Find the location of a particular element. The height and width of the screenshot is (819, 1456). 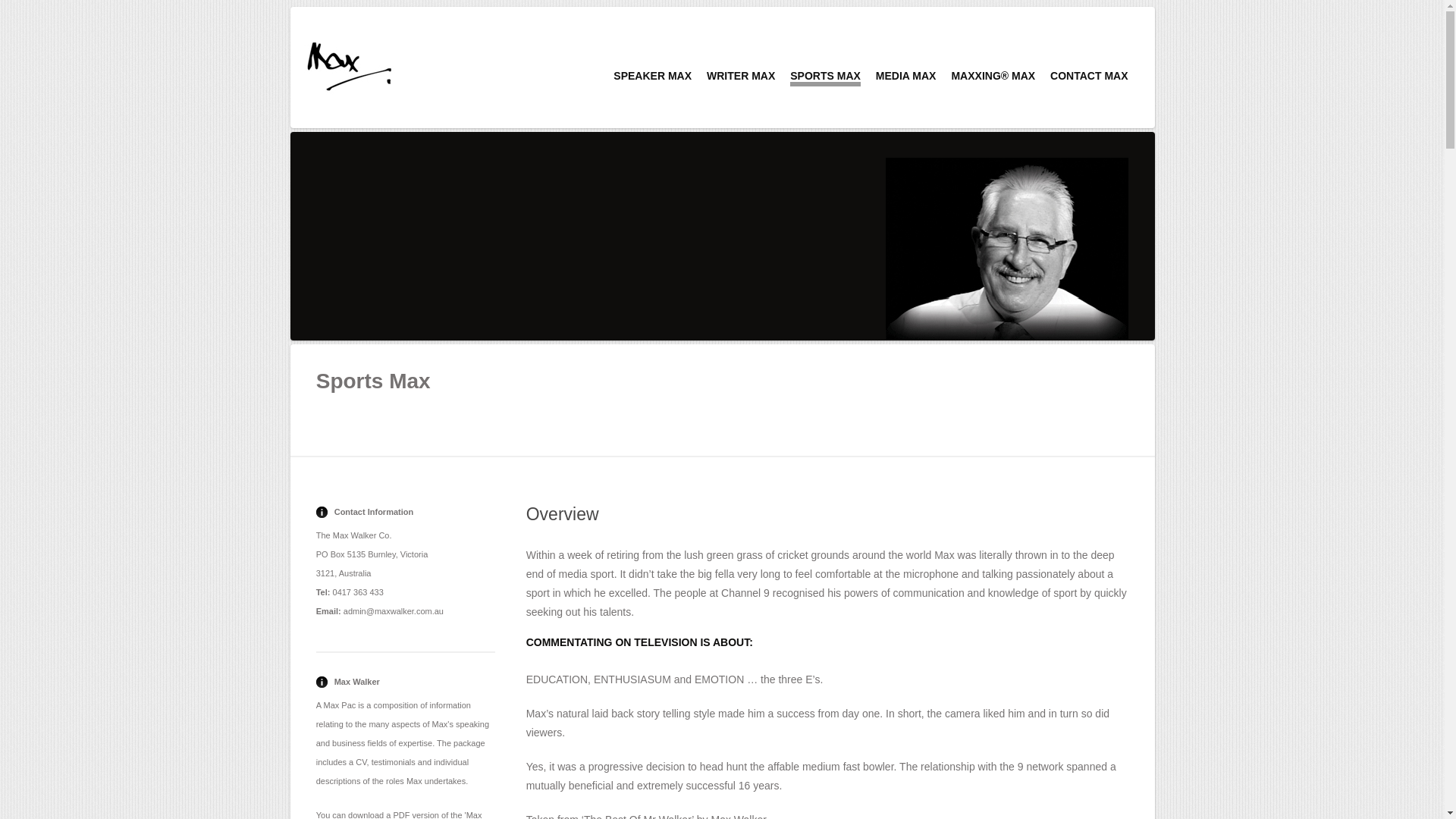

'SPORTS MAX' is located at coordinates (824, 78).